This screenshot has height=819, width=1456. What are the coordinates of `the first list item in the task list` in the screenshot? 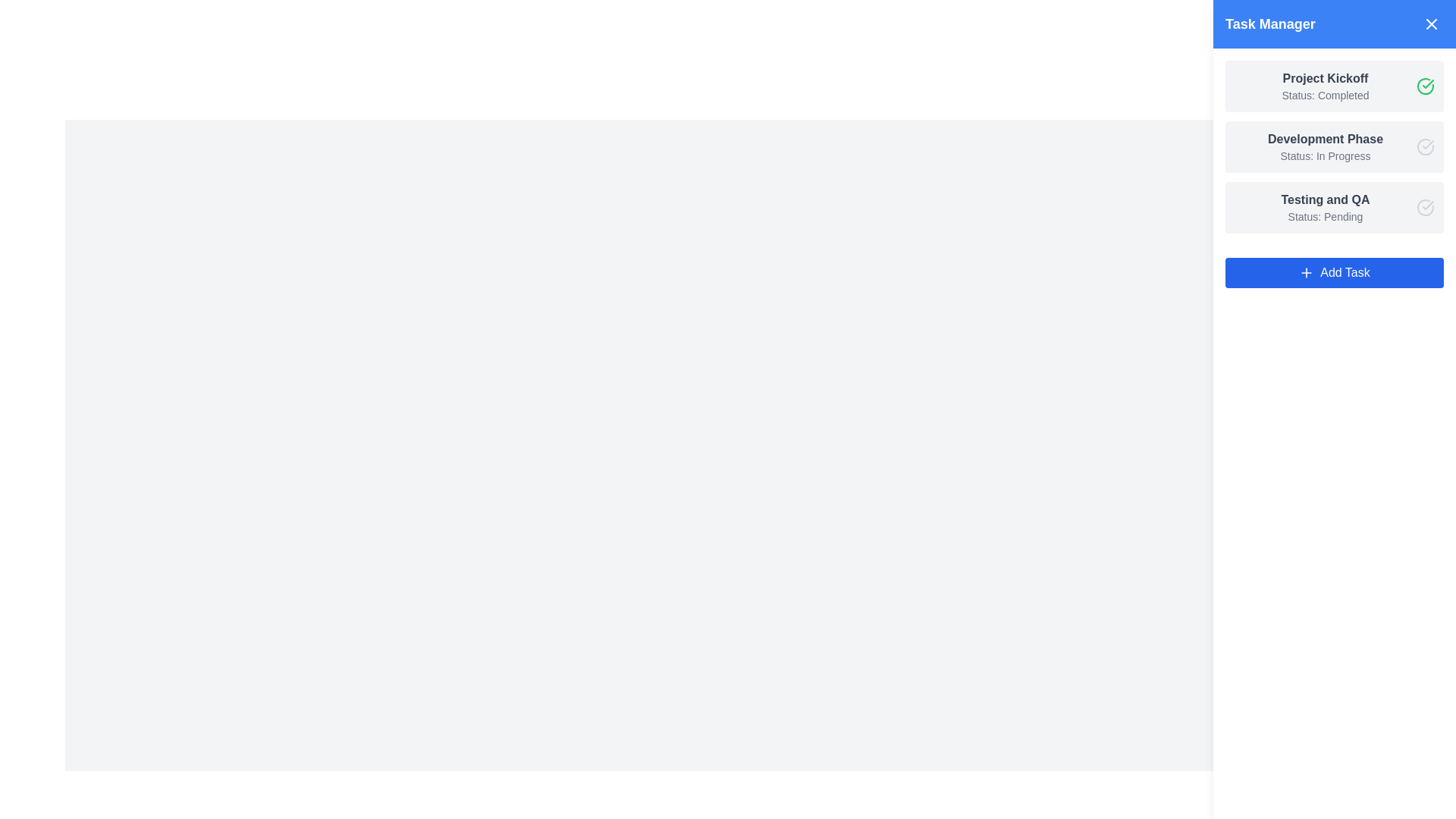 It's located at (1335, 86).